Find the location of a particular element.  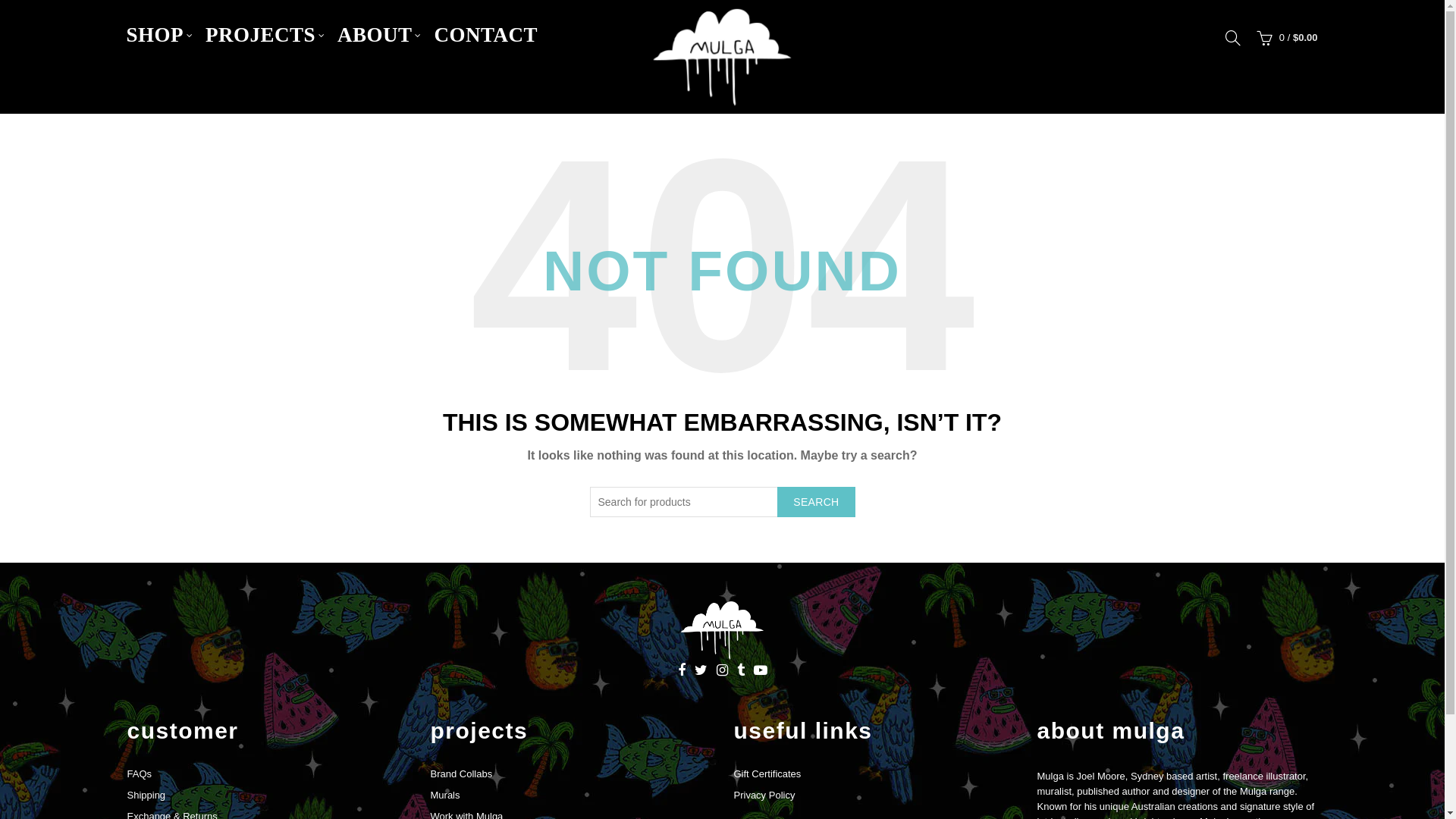

'SEARCH' is located at coordinates (814, 502).